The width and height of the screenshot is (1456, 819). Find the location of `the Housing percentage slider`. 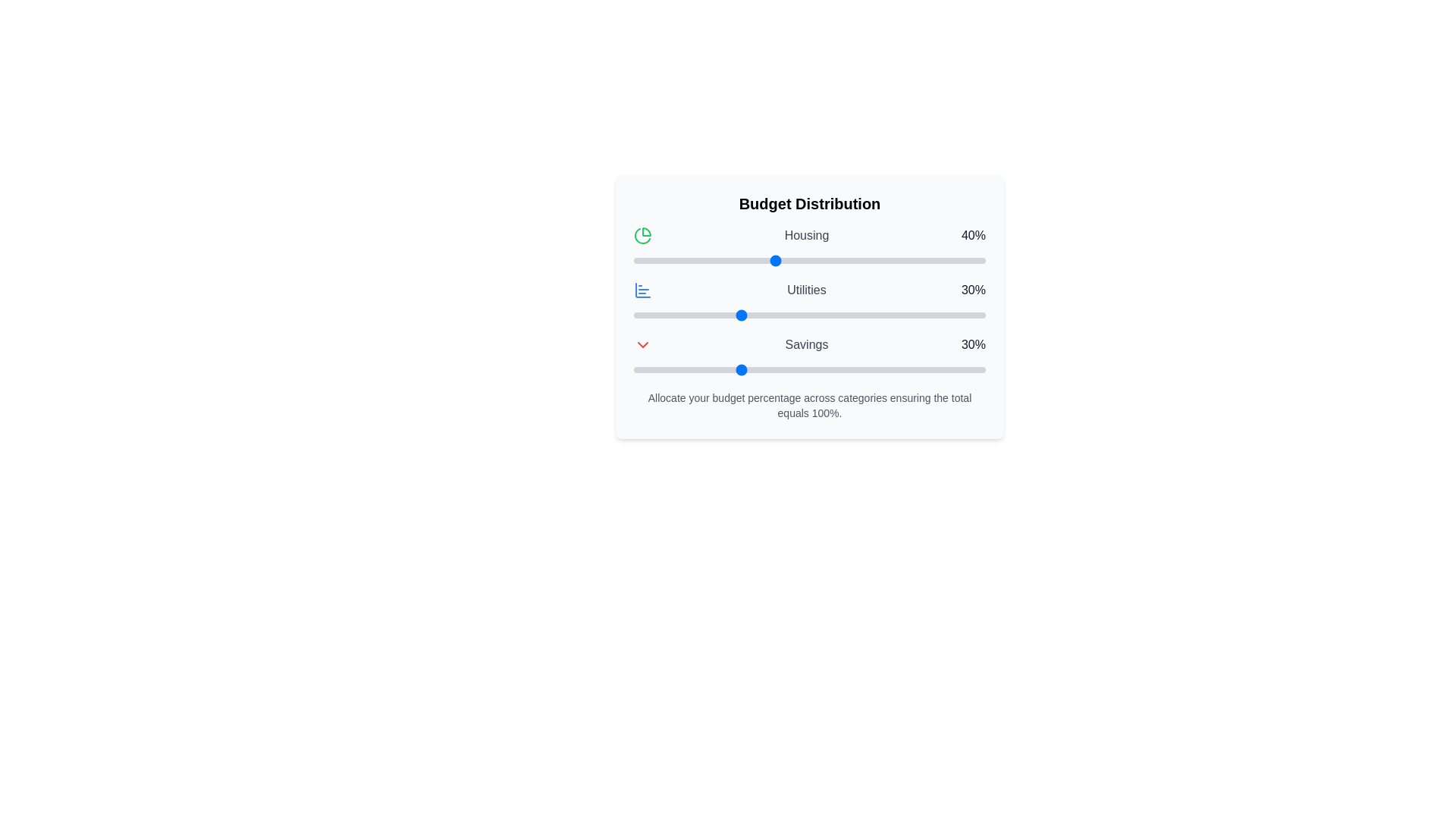

the Housing percentage slider is located at coordinates (778, 259).